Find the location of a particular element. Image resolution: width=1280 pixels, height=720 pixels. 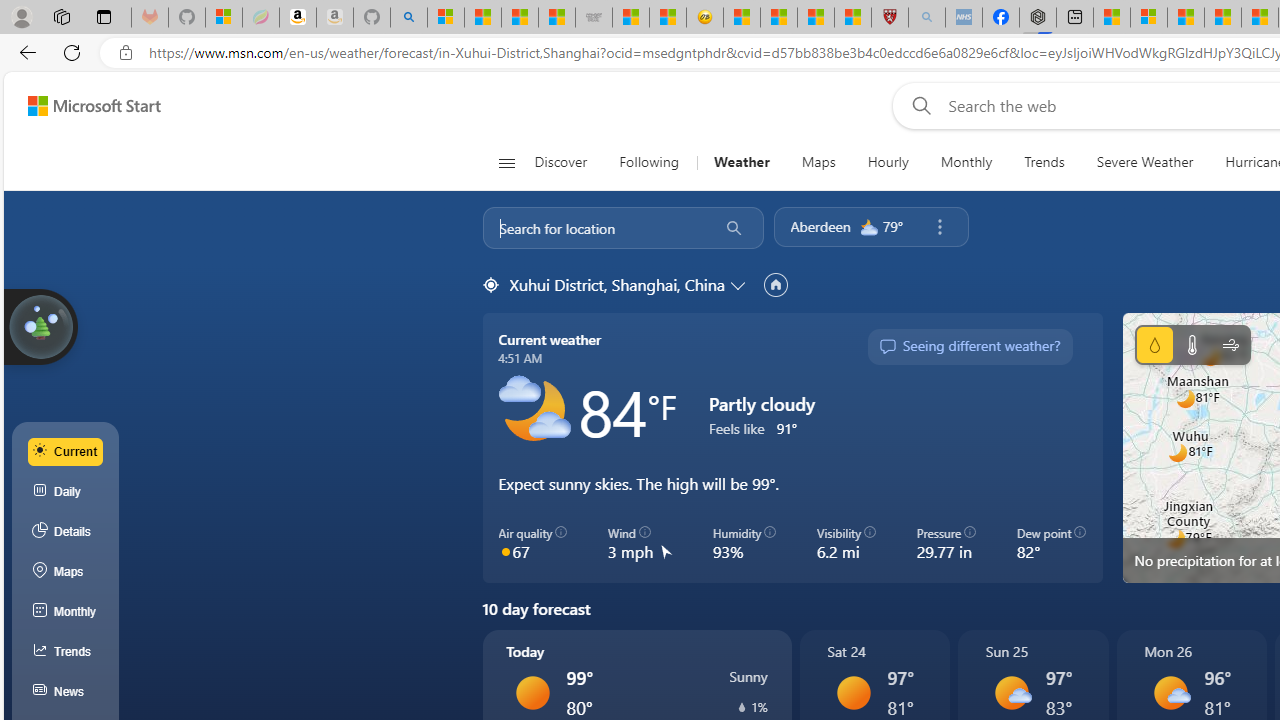

'Microsoft account | Privacy' is located at coordinates (1149, 17).